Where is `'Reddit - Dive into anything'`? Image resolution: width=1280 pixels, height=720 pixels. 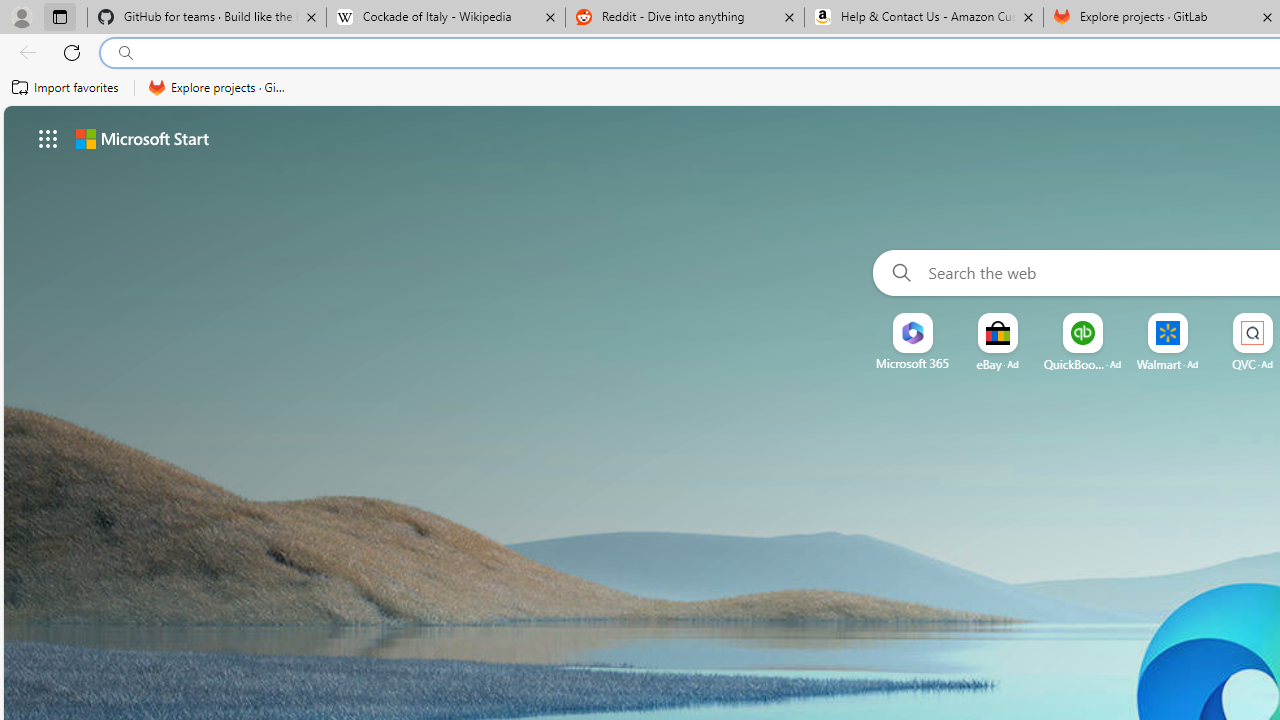
'Reddit - Dive into anything' is located at coordinates (684, 17).